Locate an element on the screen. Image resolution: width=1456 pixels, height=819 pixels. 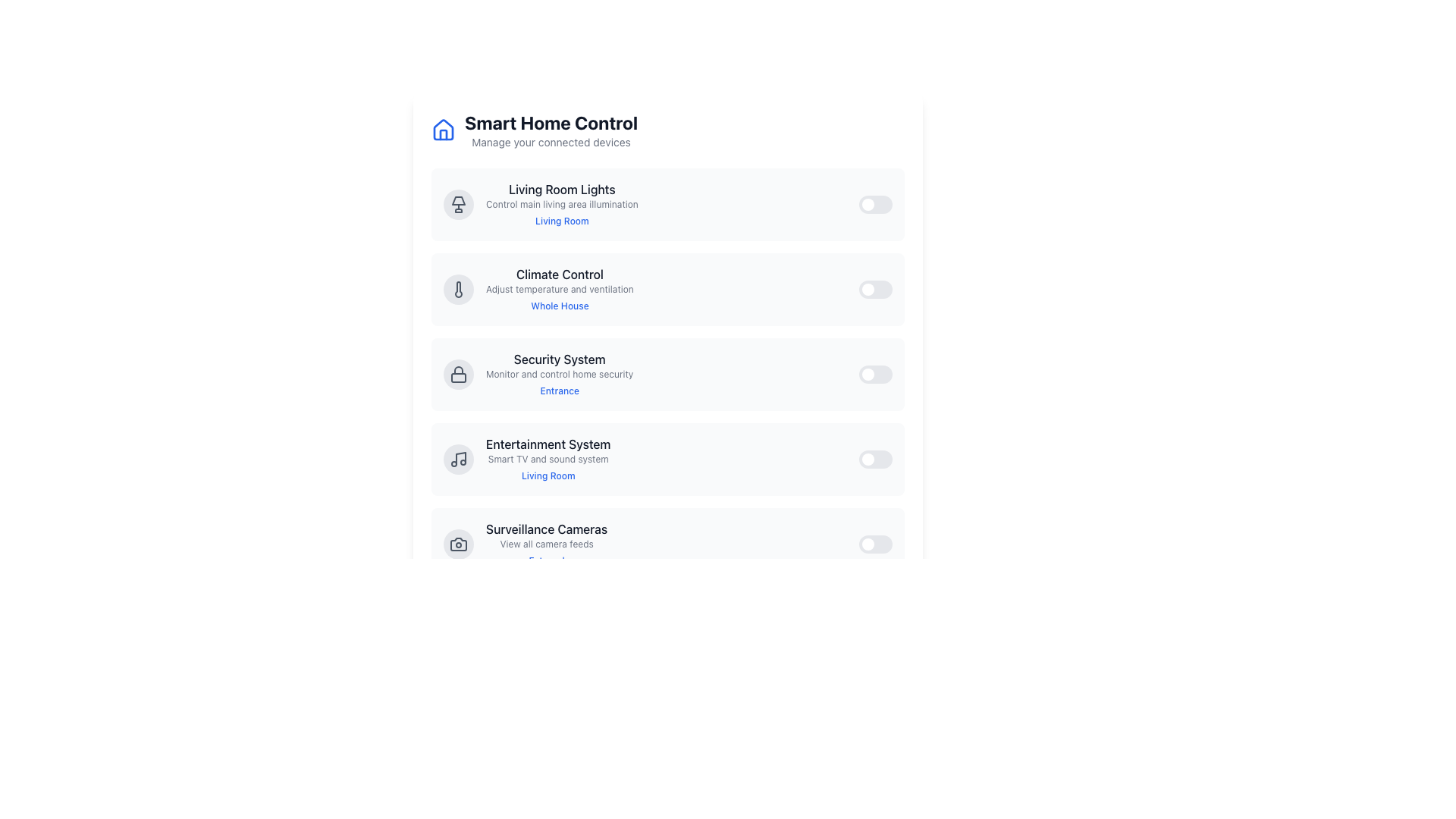
the camera icon in the 'Surveillance Cameras' section to interact with it is located at coordinates (457, 543).